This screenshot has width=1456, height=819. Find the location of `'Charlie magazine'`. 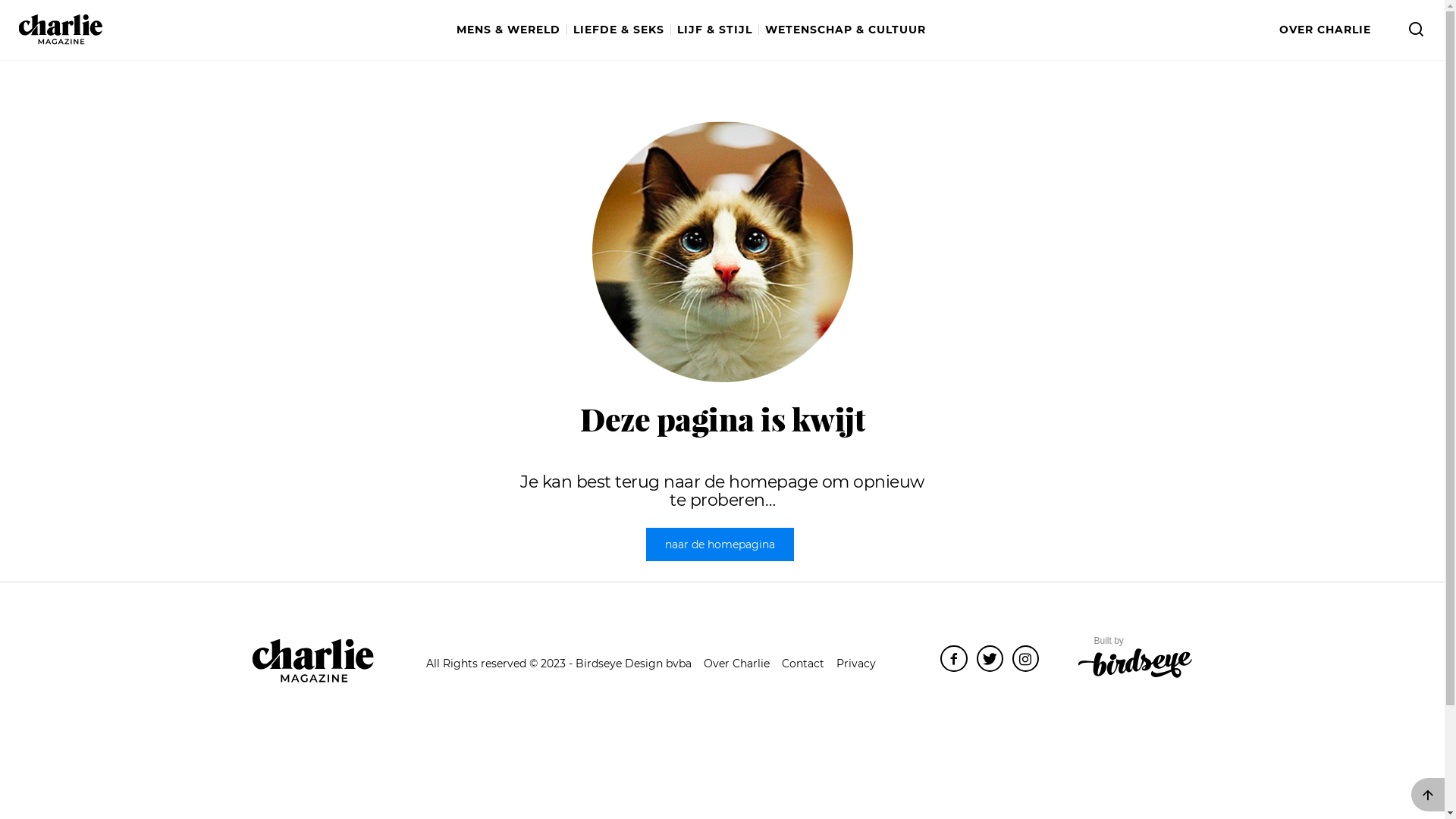

'Charlie magazine' is located at coordinates (61, 29).